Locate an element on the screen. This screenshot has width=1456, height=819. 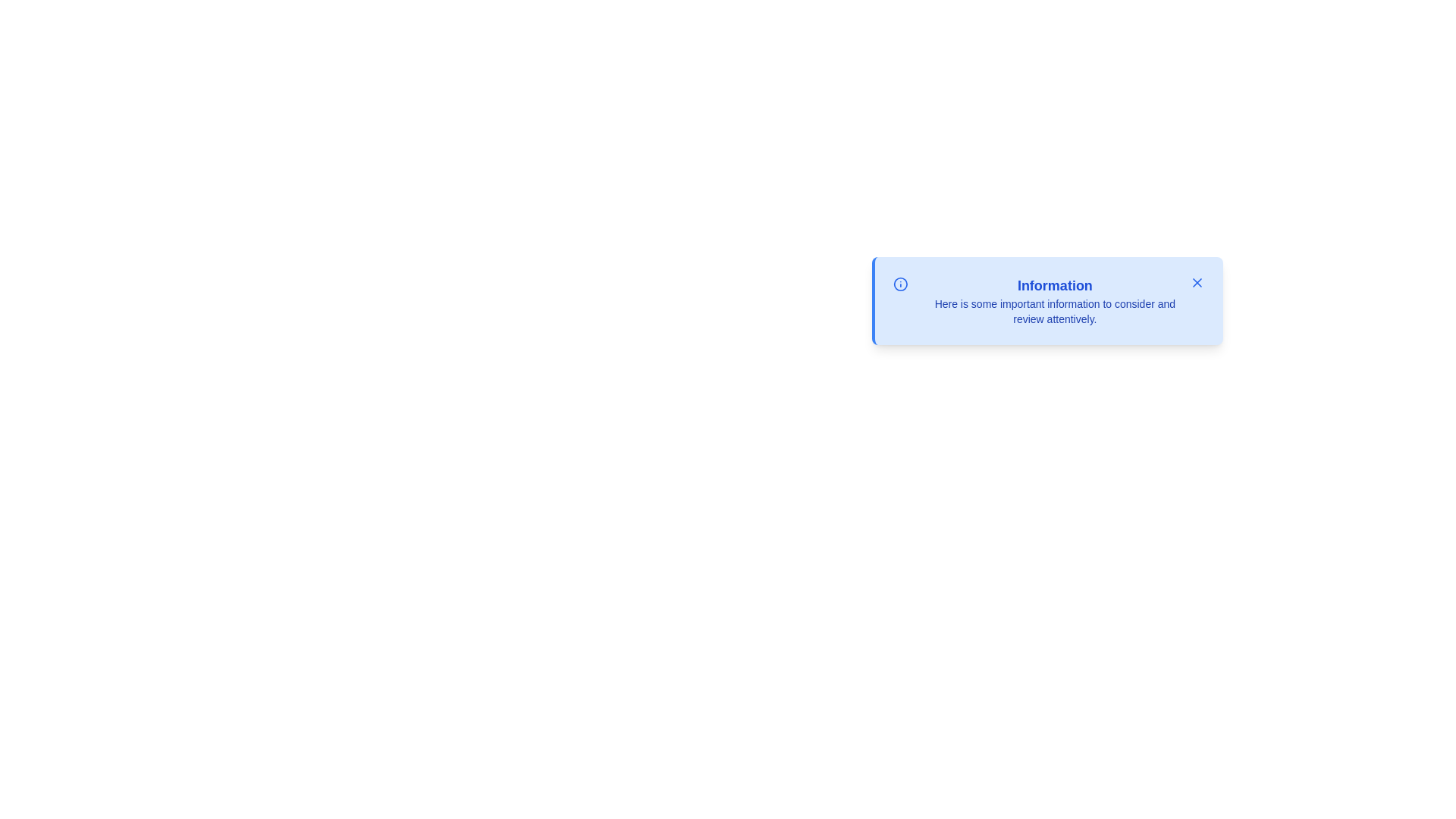
the 'close' button to dismiss the alert is located at coordinates (1197, 283).